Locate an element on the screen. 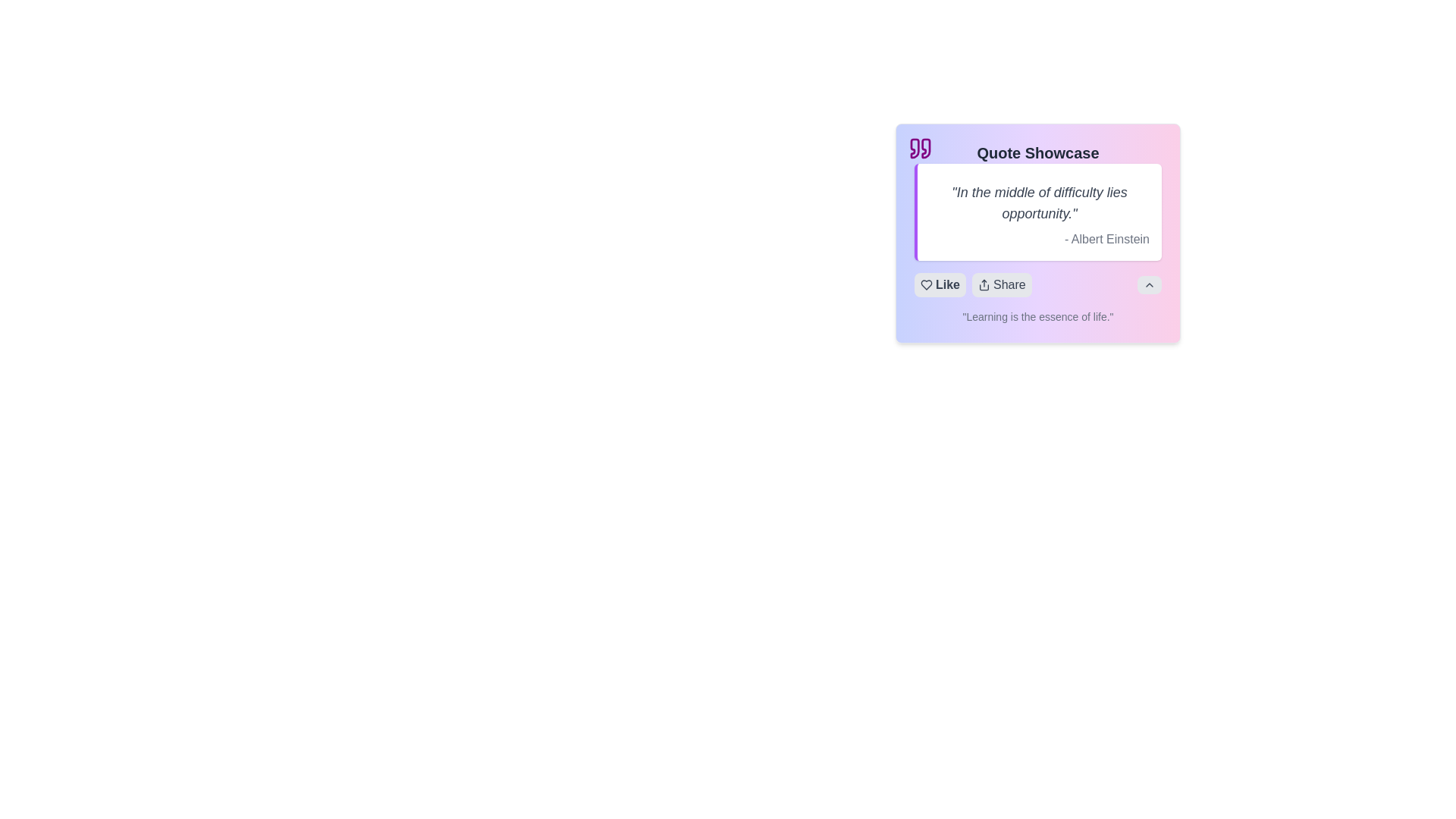 This screenshot has width=1456, height=819. the left quotation mark decorative SVG element located in the top-left corner of the card that frames the quoted text is located at coordinates (914, 149).